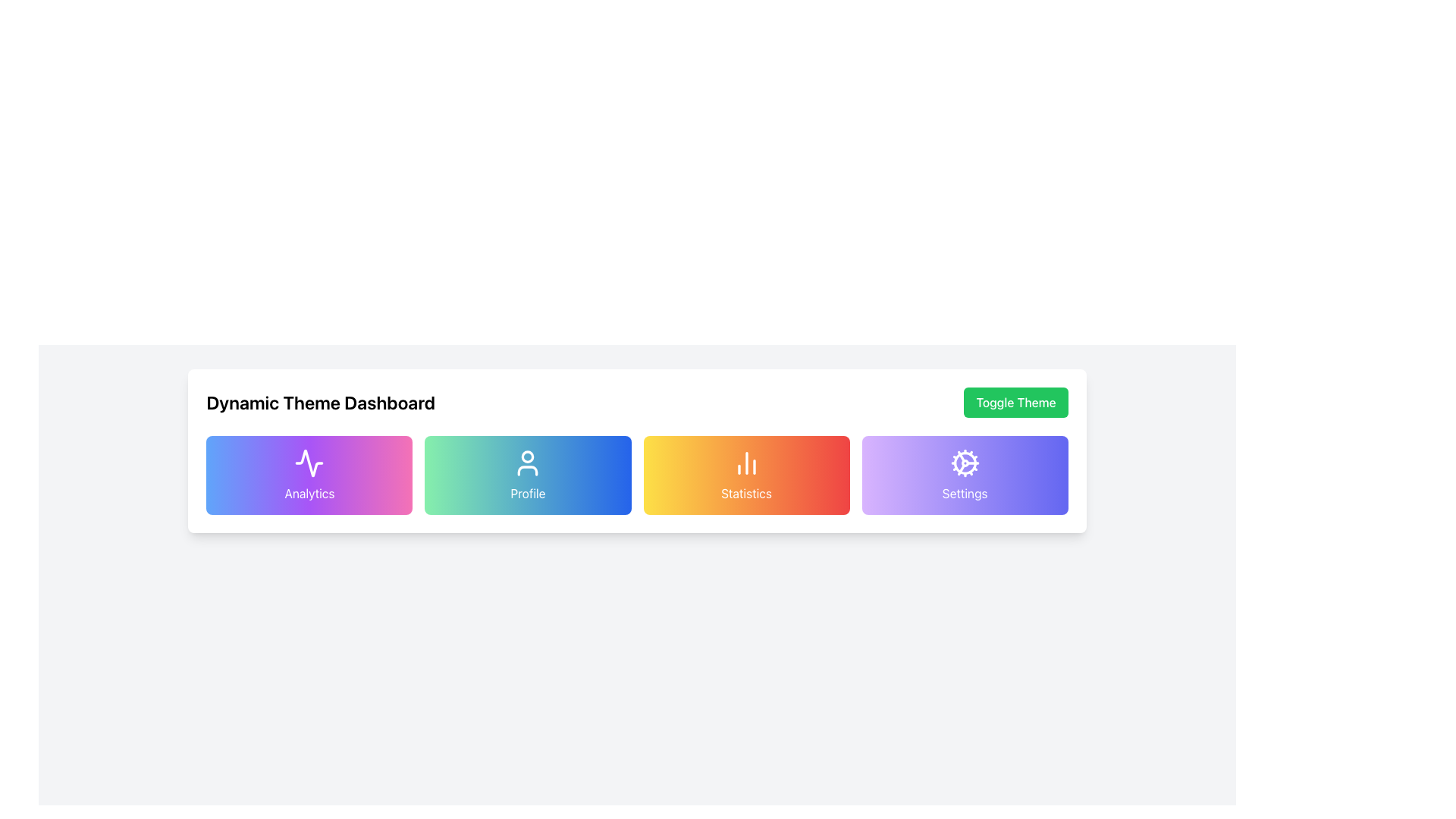  I want to click on the 'Statistics' button, which is a rectangular button with a gradient background from yellow to red, containing a bar chart icon and the label 'Statistics' beneath it, so click(746, 475).